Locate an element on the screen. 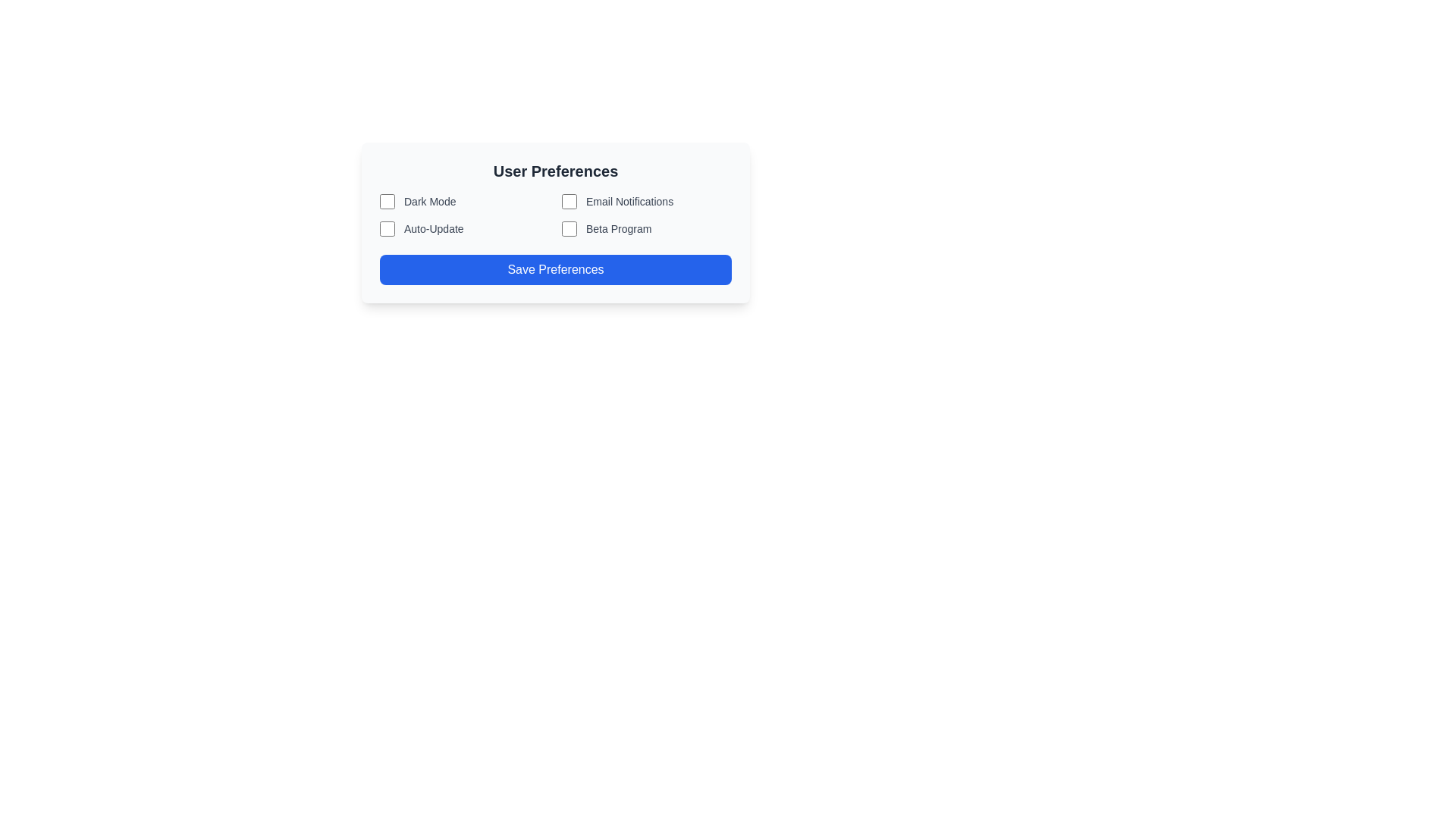  'Save Preferences' button is located at coordinates (555, 268).